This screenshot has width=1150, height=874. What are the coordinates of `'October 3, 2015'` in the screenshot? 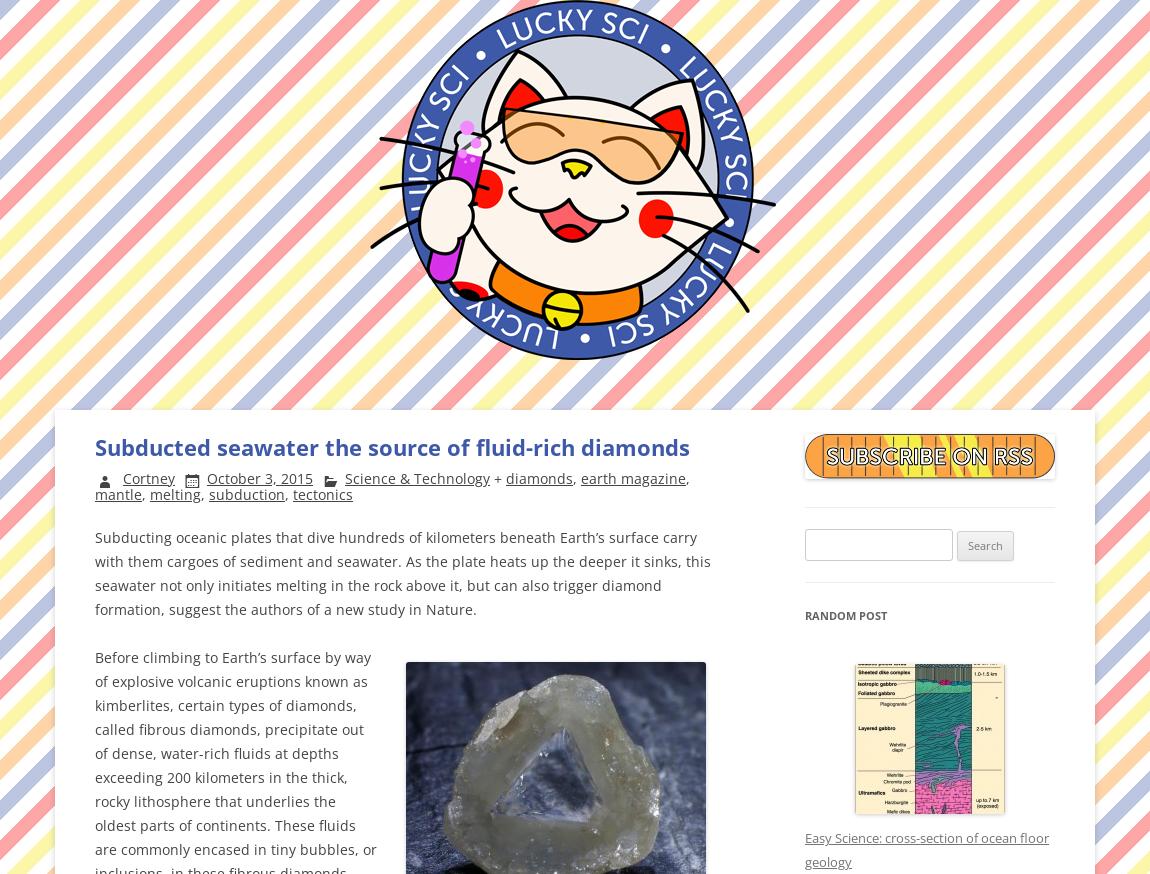 It's located at (259, 476).